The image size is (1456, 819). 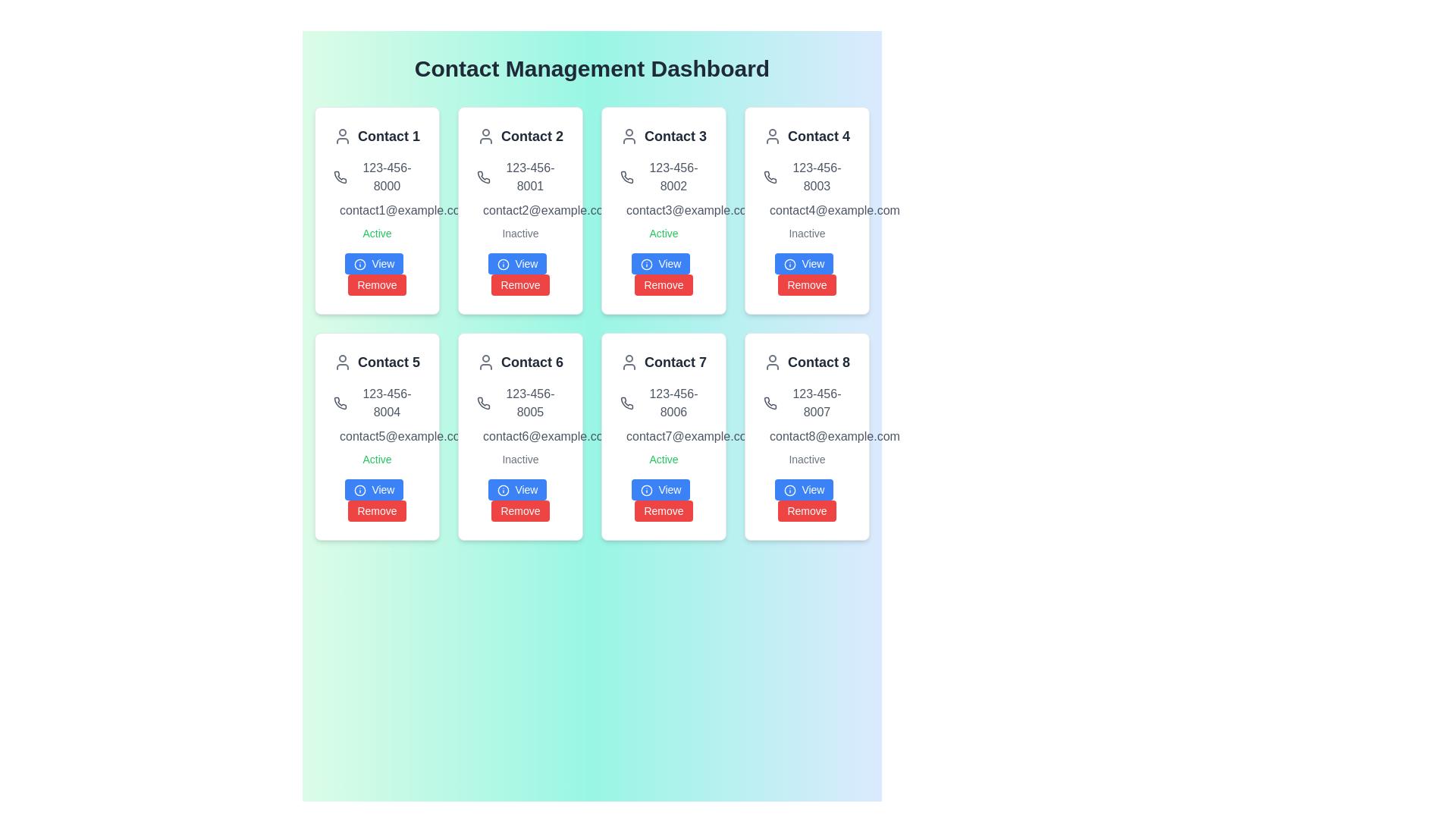 I want to click on the 'Remove' button located at the bottom of the card for 'Contact 2', so click(x=520, y=275).